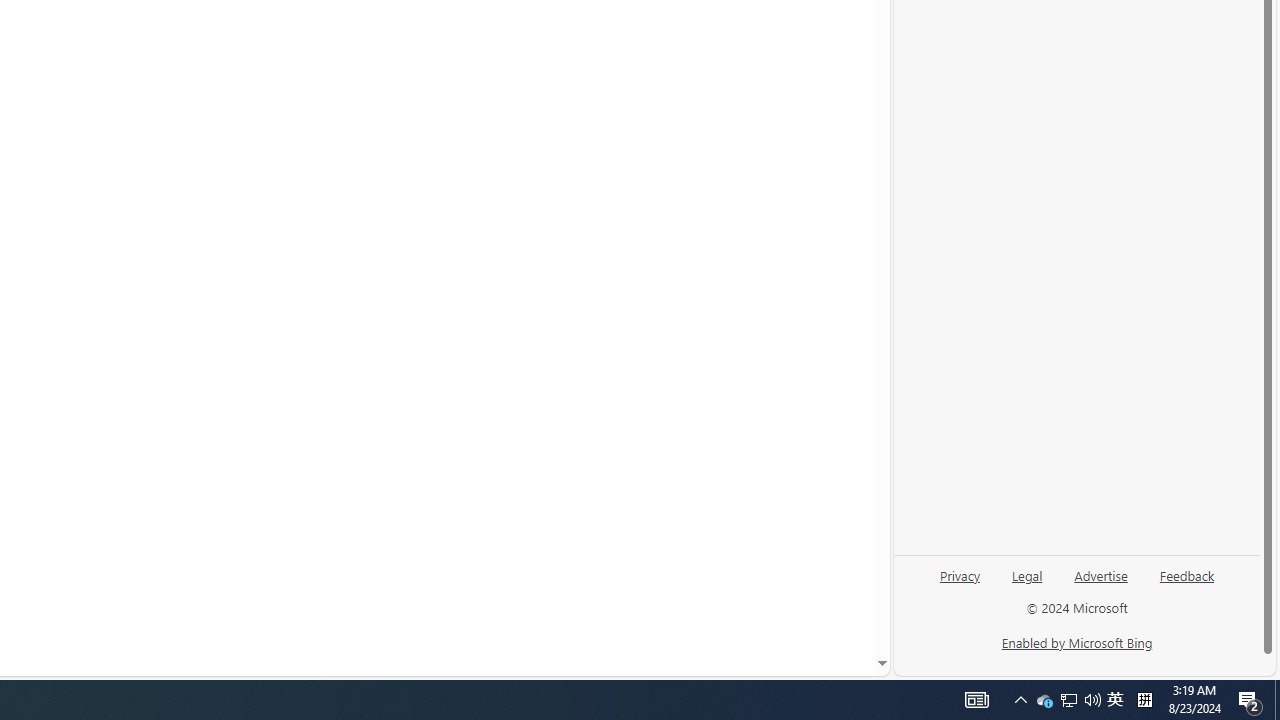 The width and height of the screenshot is (1280, 720). What do you see at coordinates (1026, 583) in the screenshot?
I see `'Legal'` at bounding box center [1026, 583].